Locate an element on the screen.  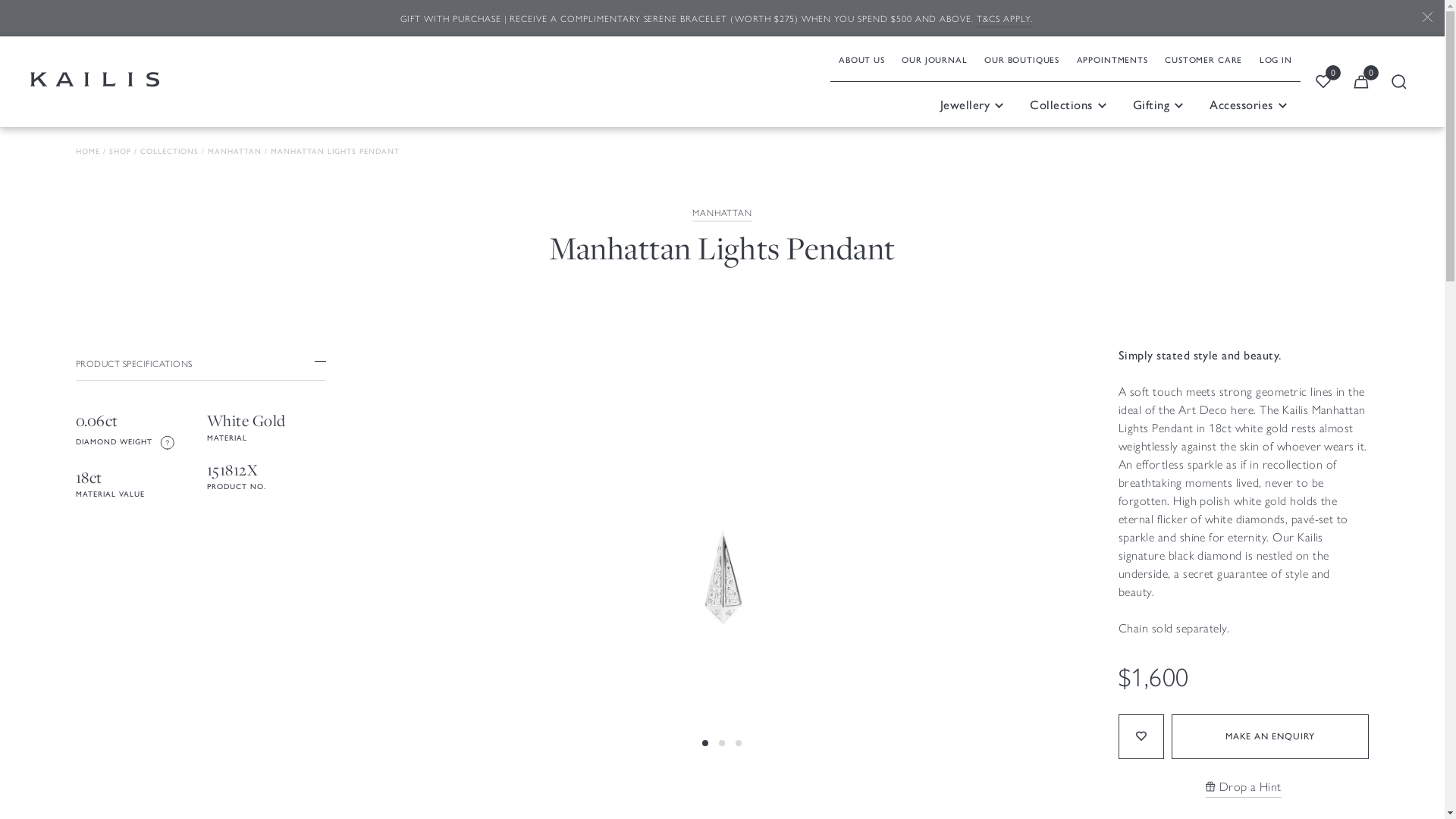
'MANHATTAN' is located at coordinates (206, 152).